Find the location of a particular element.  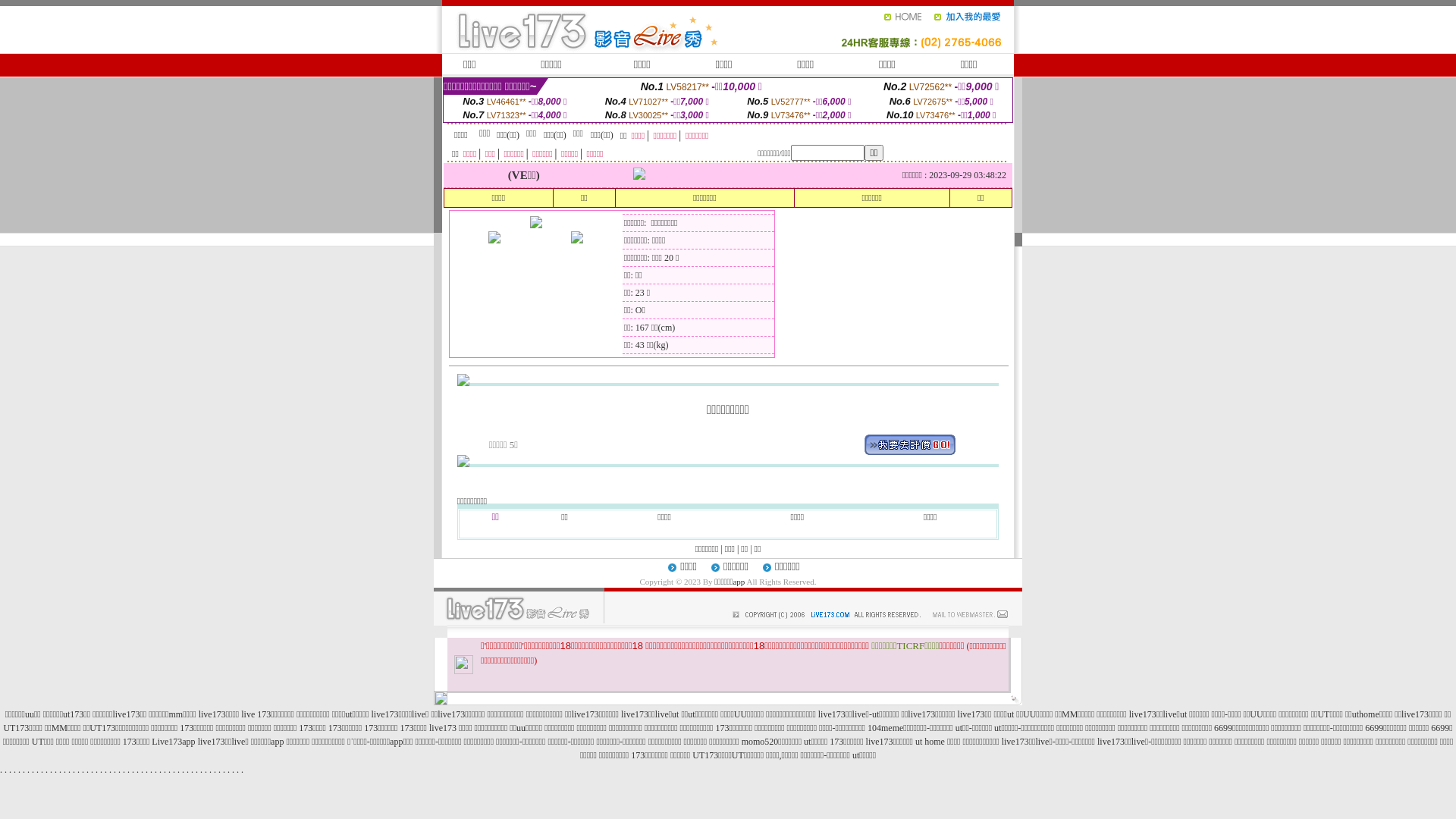

'.' is located at coordinates (237, 769).